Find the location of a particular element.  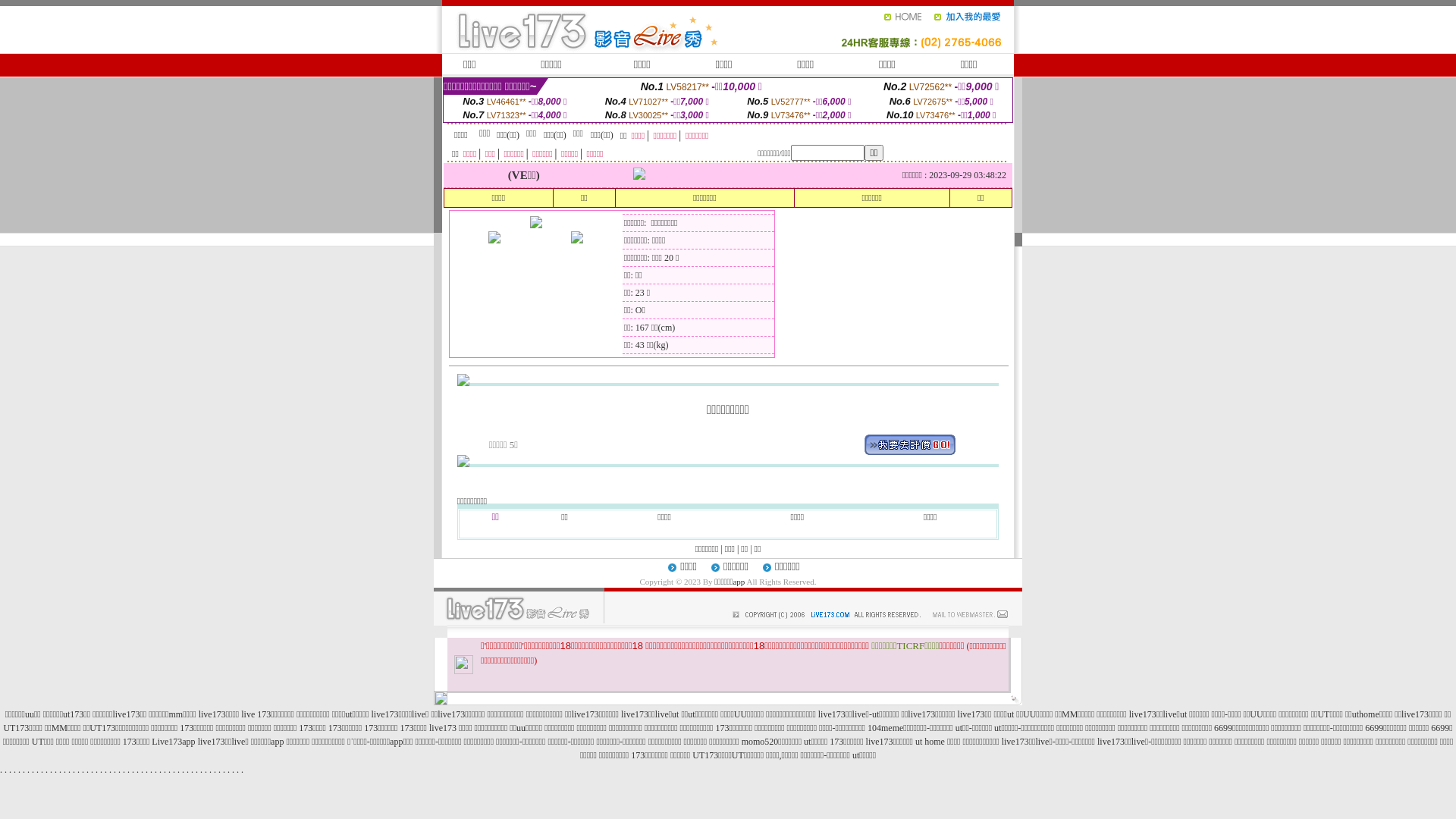

'.' is located at coordinates (237, 769).